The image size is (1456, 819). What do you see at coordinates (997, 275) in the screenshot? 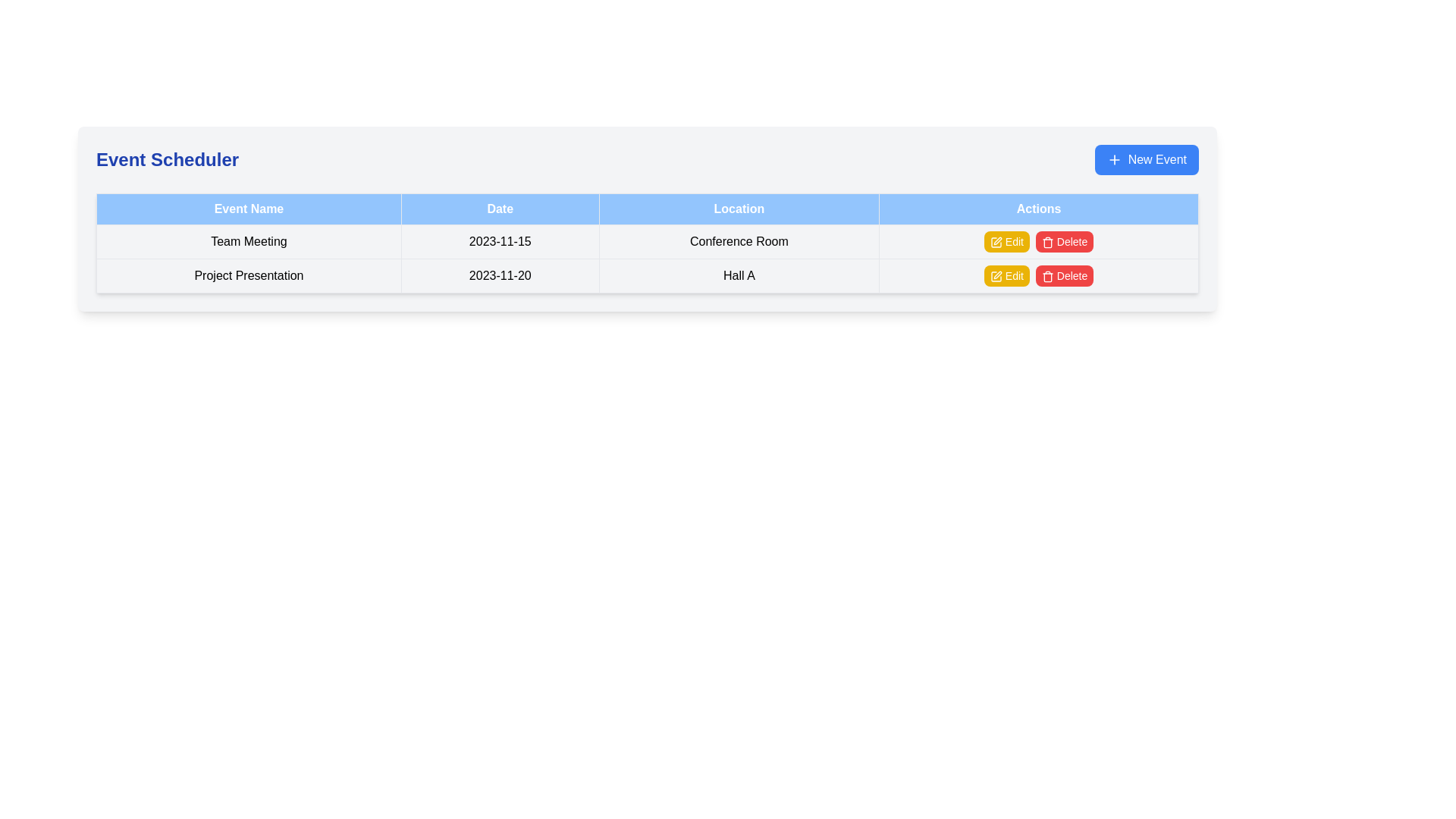
I see `the icon button in the 'Actions' column of the table next to the 'Project Presentation' event to initiate the edit action` at bounding box center [997, 275].